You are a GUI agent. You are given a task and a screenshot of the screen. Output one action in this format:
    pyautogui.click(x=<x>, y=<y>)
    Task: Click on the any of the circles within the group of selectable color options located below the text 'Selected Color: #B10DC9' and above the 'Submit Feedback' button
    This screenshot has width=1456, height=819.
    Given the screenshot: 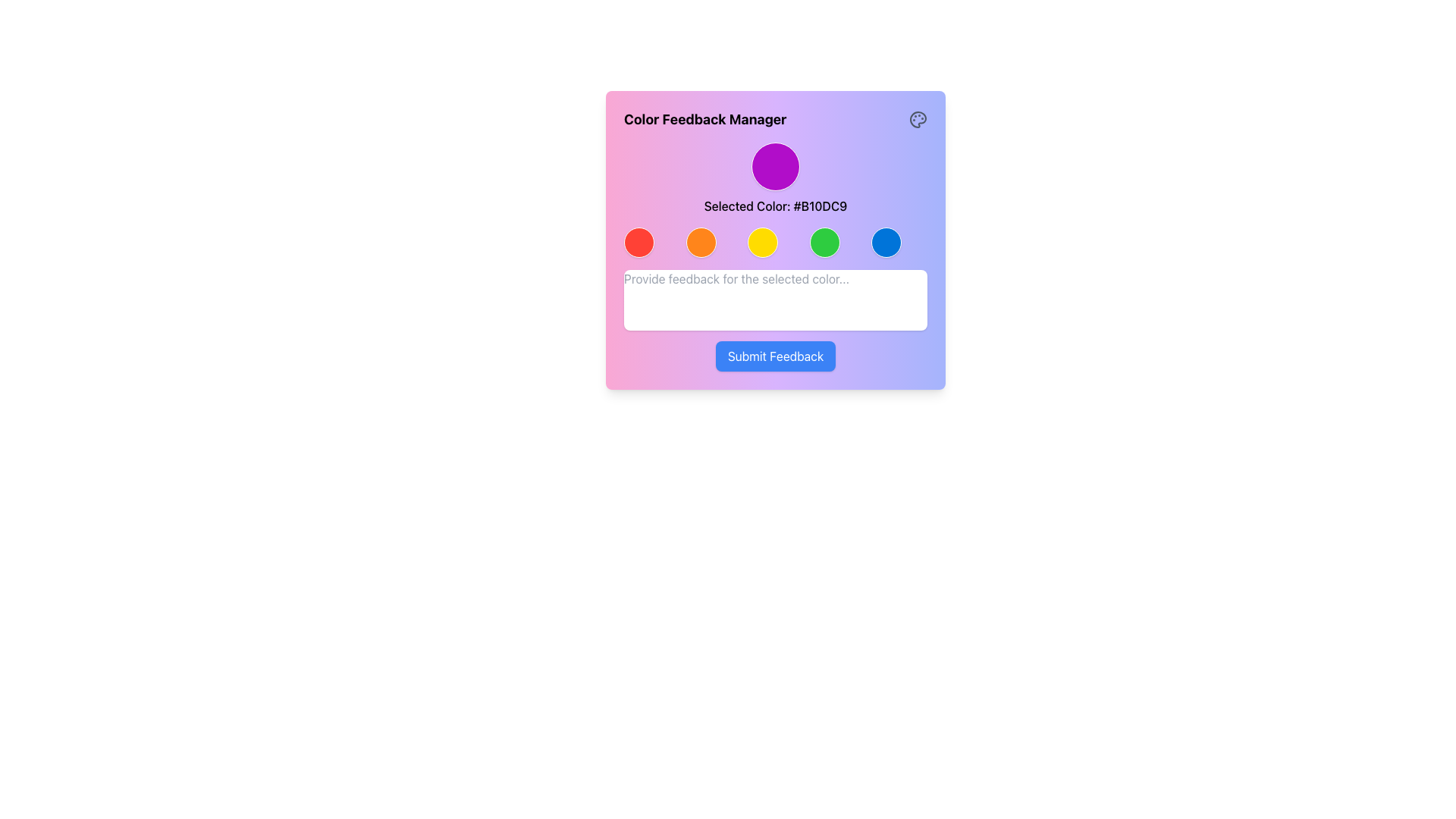 What is the action you would take?
    pyautogui.click(x=775, y=242)
    